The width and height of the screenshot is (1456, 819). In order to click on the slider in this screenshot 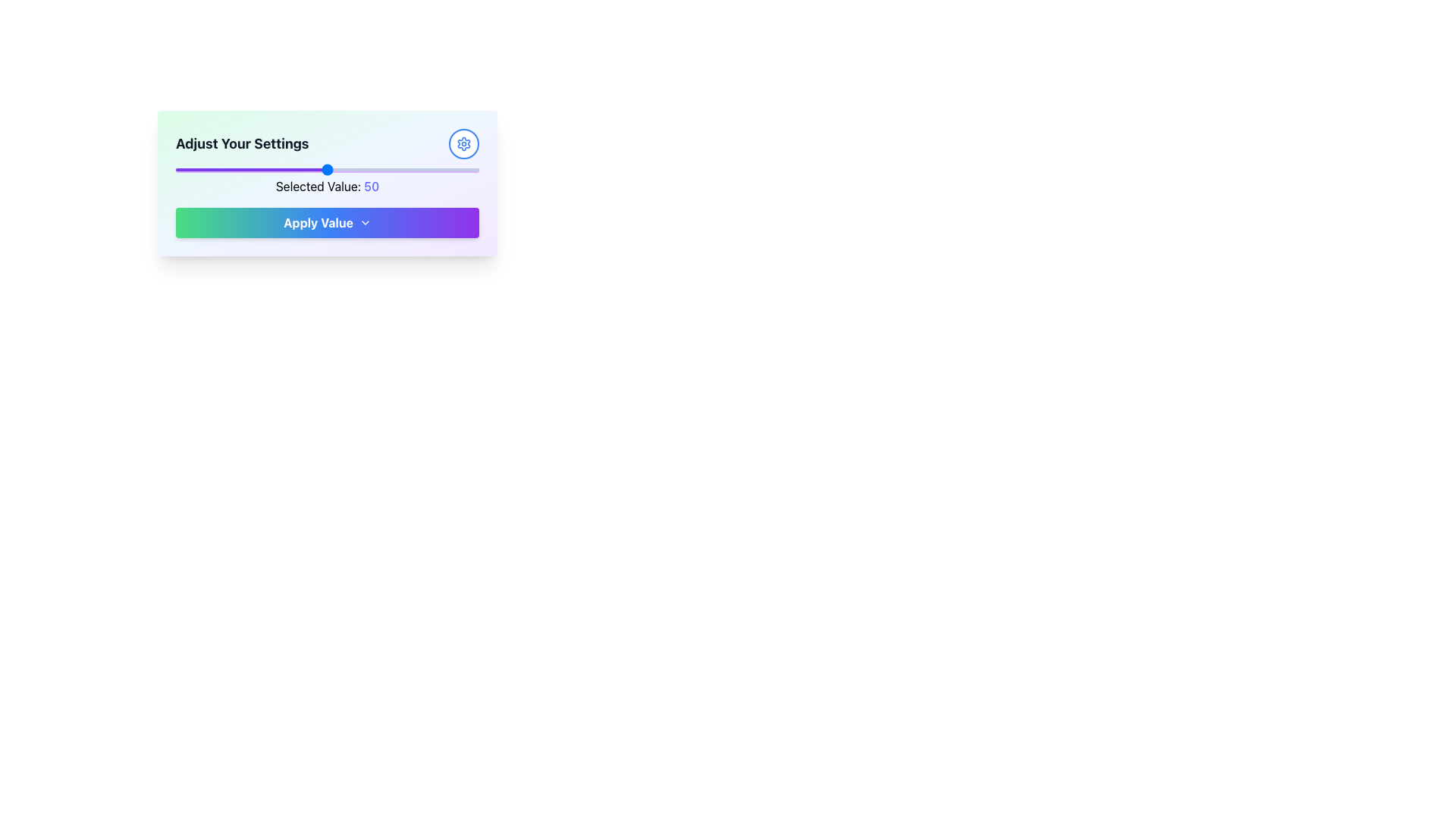, I will do `click(422, 169)`.